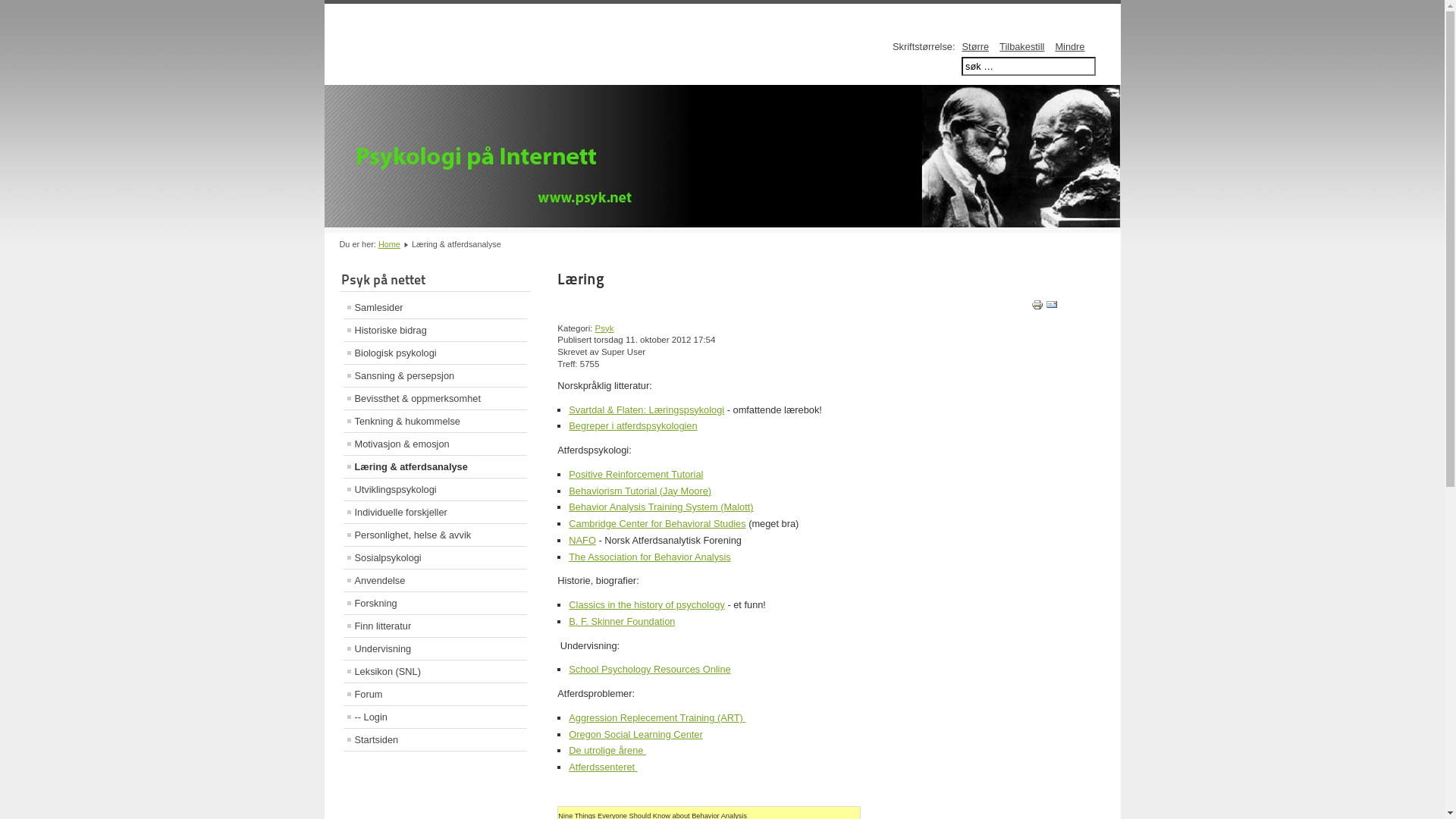 Image resolution: width=1456 pixels, height=819 pixels. What do you see at coordinates (341, 421) in the screenshot?
I see `'Tenkning & hukommelse'` at bounding box center [341, 421].